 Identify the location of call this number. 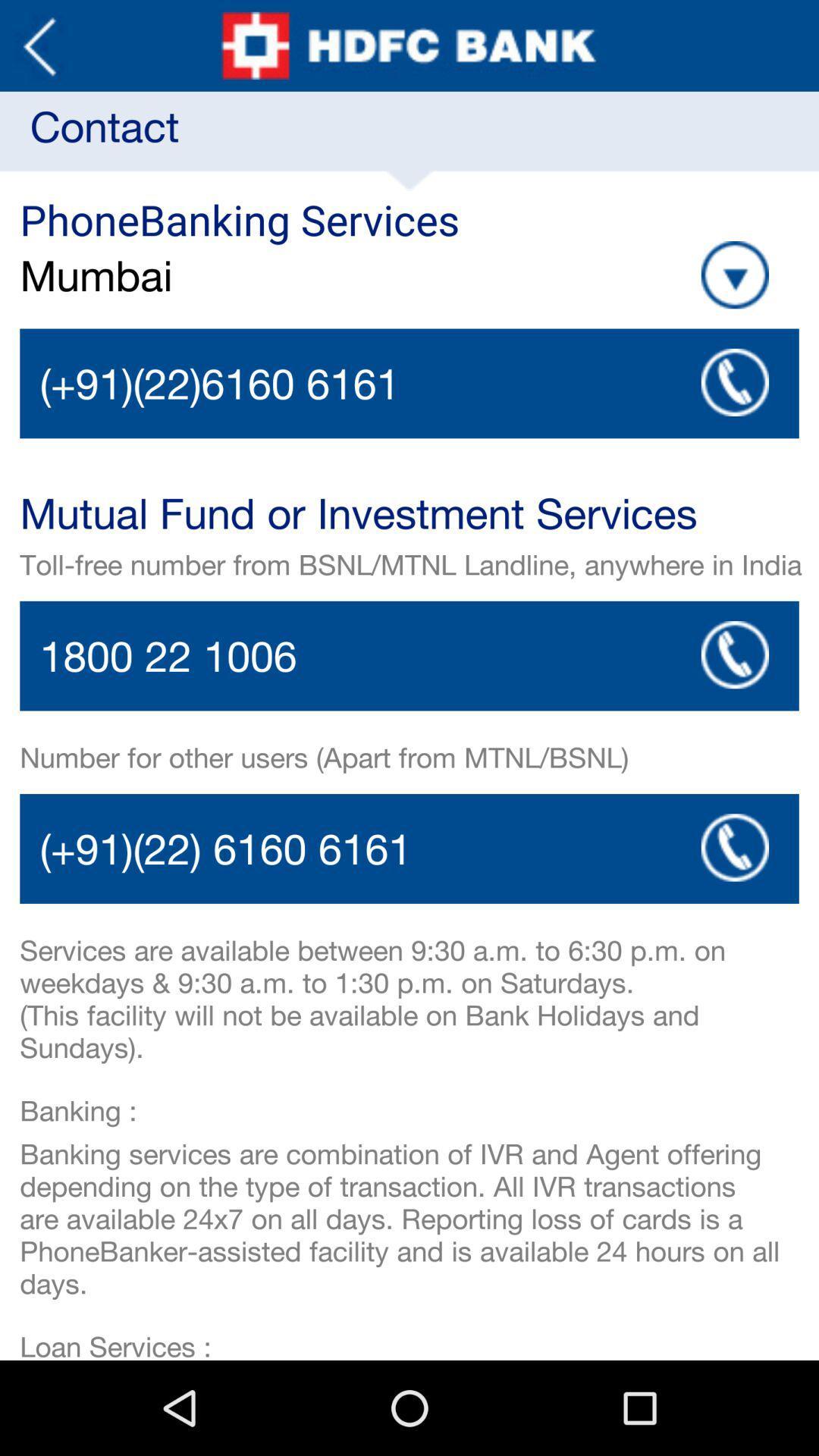
(409, 656).